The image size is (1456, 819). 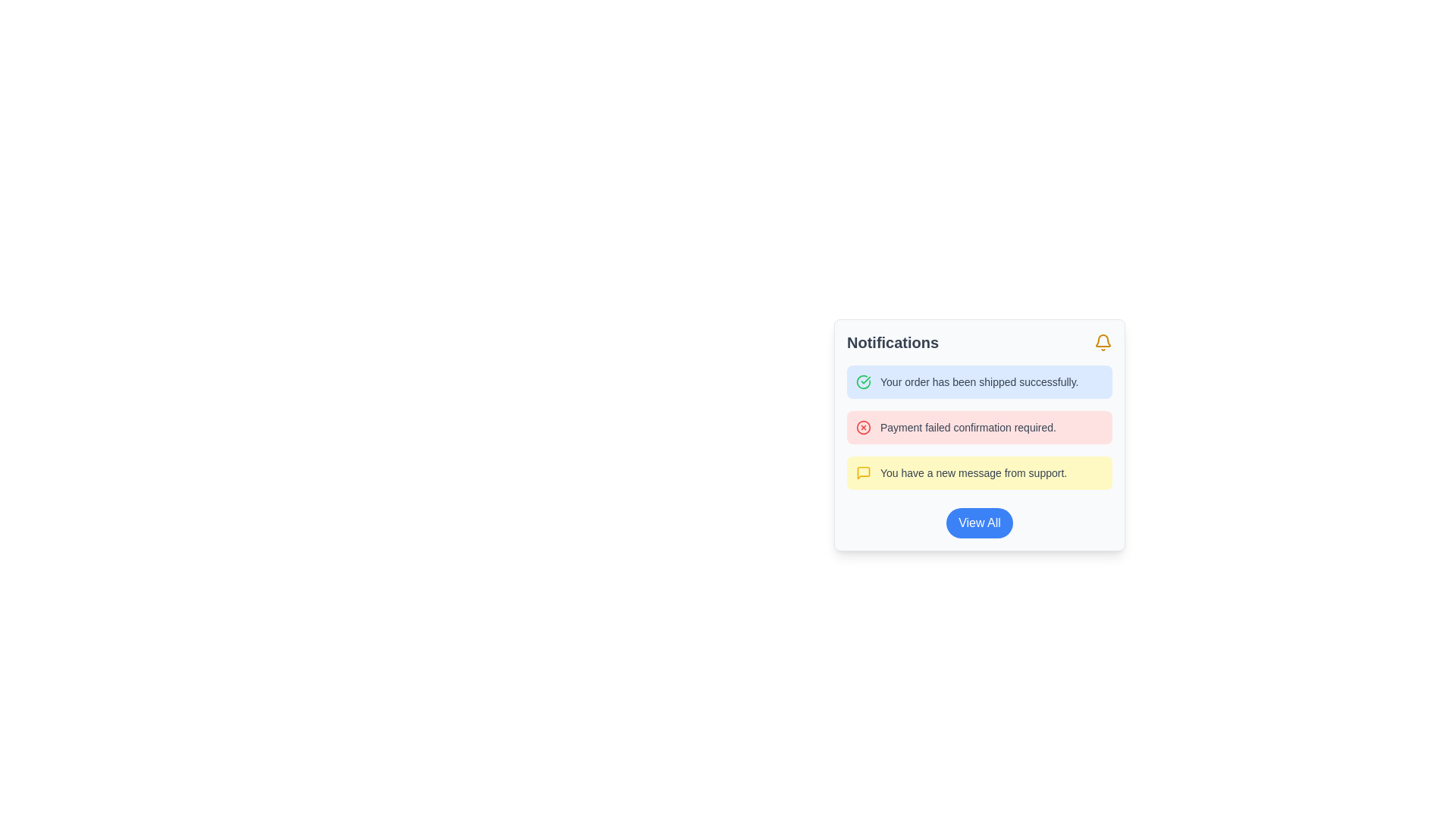 What do you see at coordinates (1103, 342) in the screenshot?
I see `the bell icon located at the top-right of the 'Notifications' heading in the notifications card` at bounding box center [1103, 342].